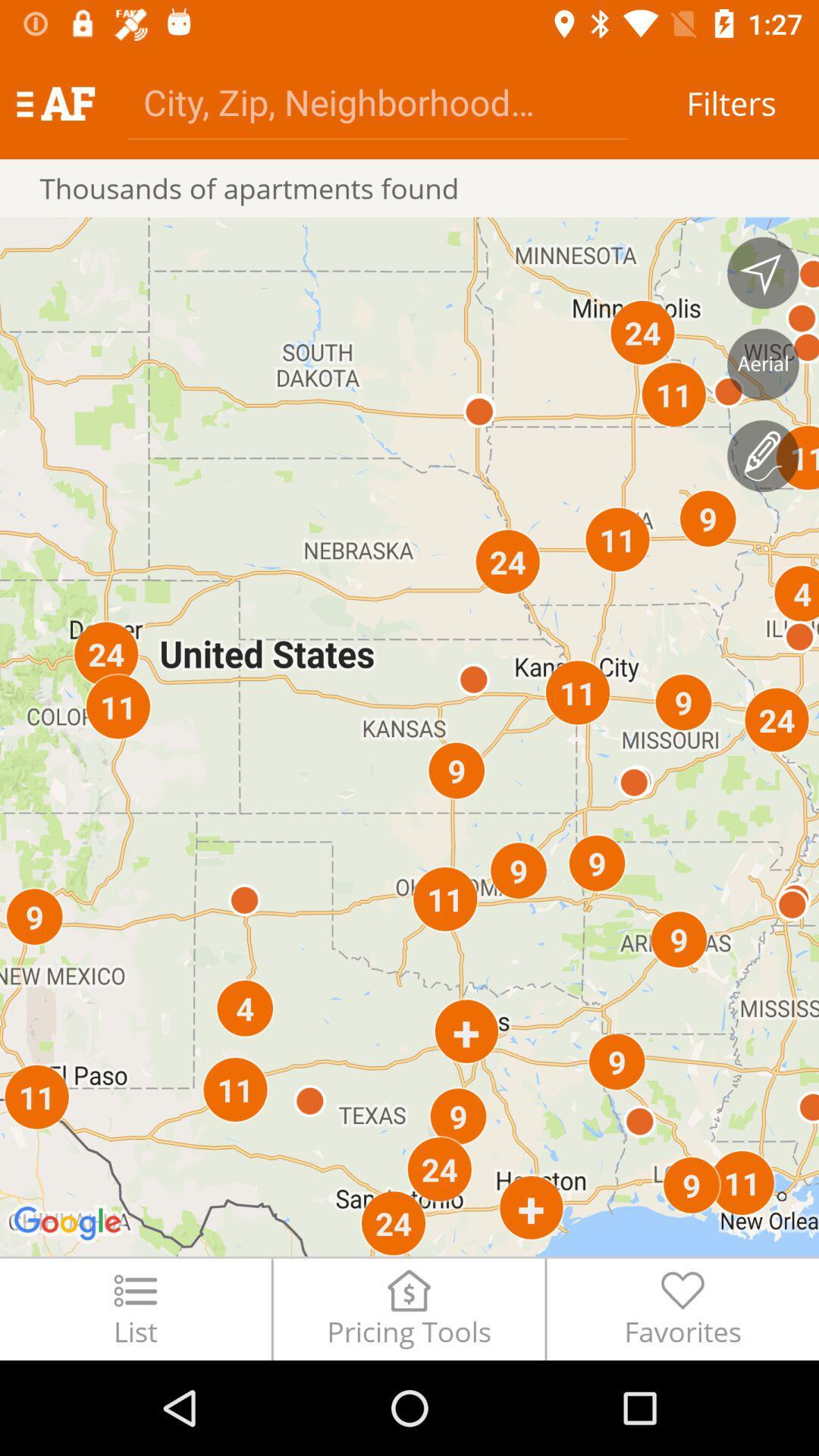 The image size is (819, 1456). What do you see at coordinates (763, 455) in the screenshot?
I see `the edit icon` at bounding box center [763, 455].